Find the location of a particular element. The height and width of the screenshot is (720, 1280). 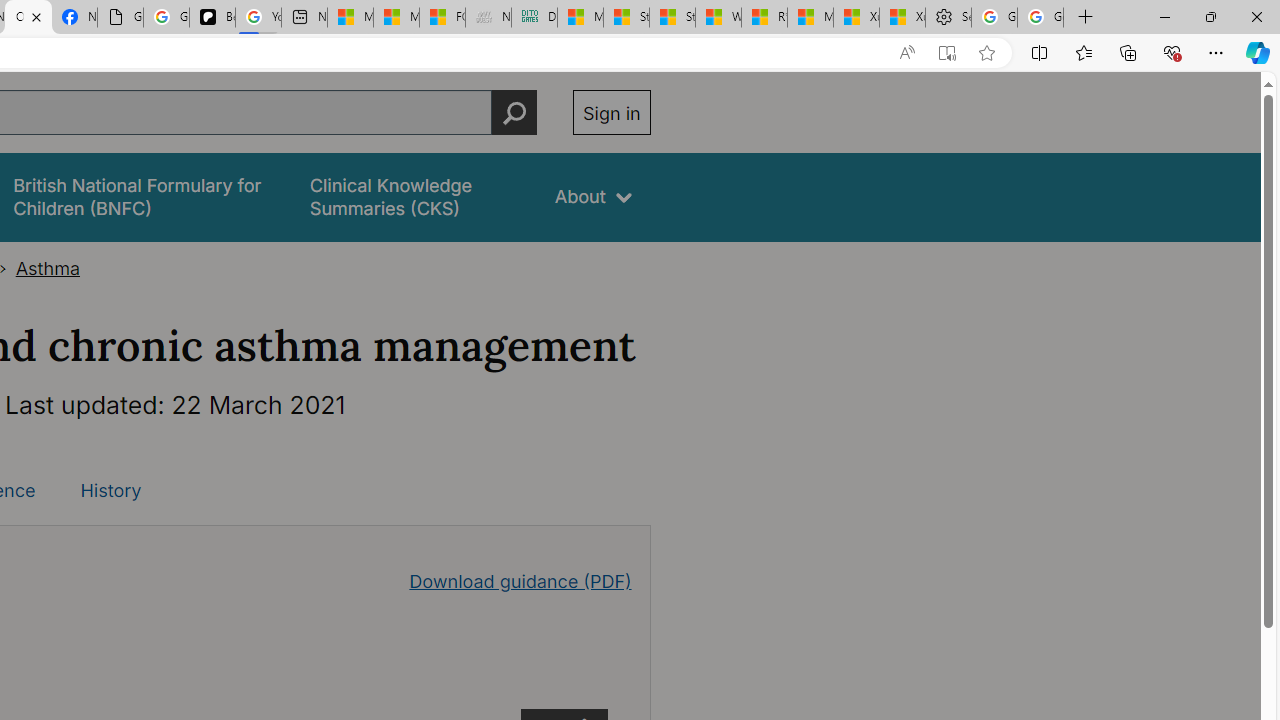

'Sign in' is located at coordinates (610, 112).